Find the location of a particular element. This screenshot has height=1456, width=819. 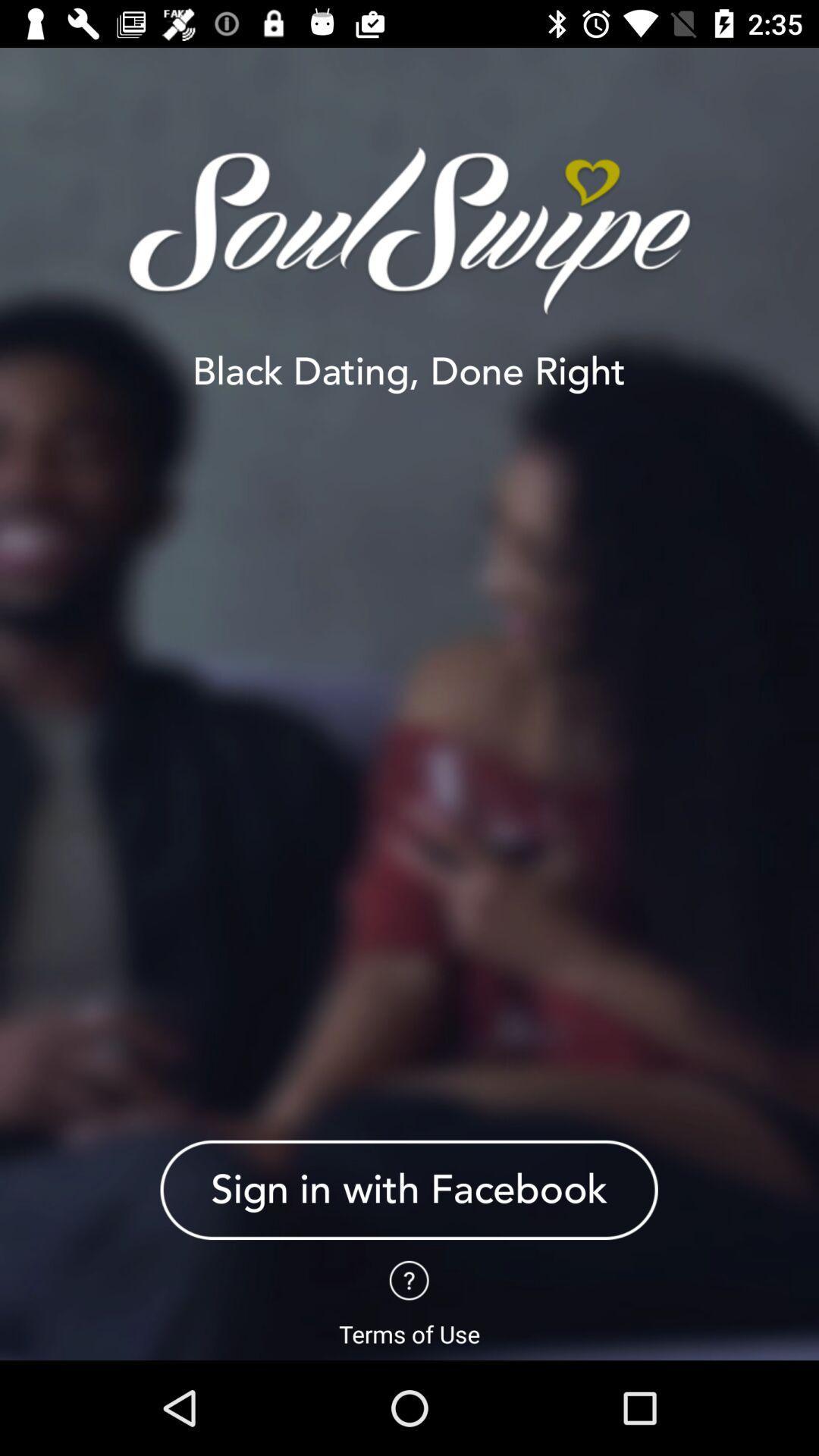

the help icon is located at coordinates (408, 1279).